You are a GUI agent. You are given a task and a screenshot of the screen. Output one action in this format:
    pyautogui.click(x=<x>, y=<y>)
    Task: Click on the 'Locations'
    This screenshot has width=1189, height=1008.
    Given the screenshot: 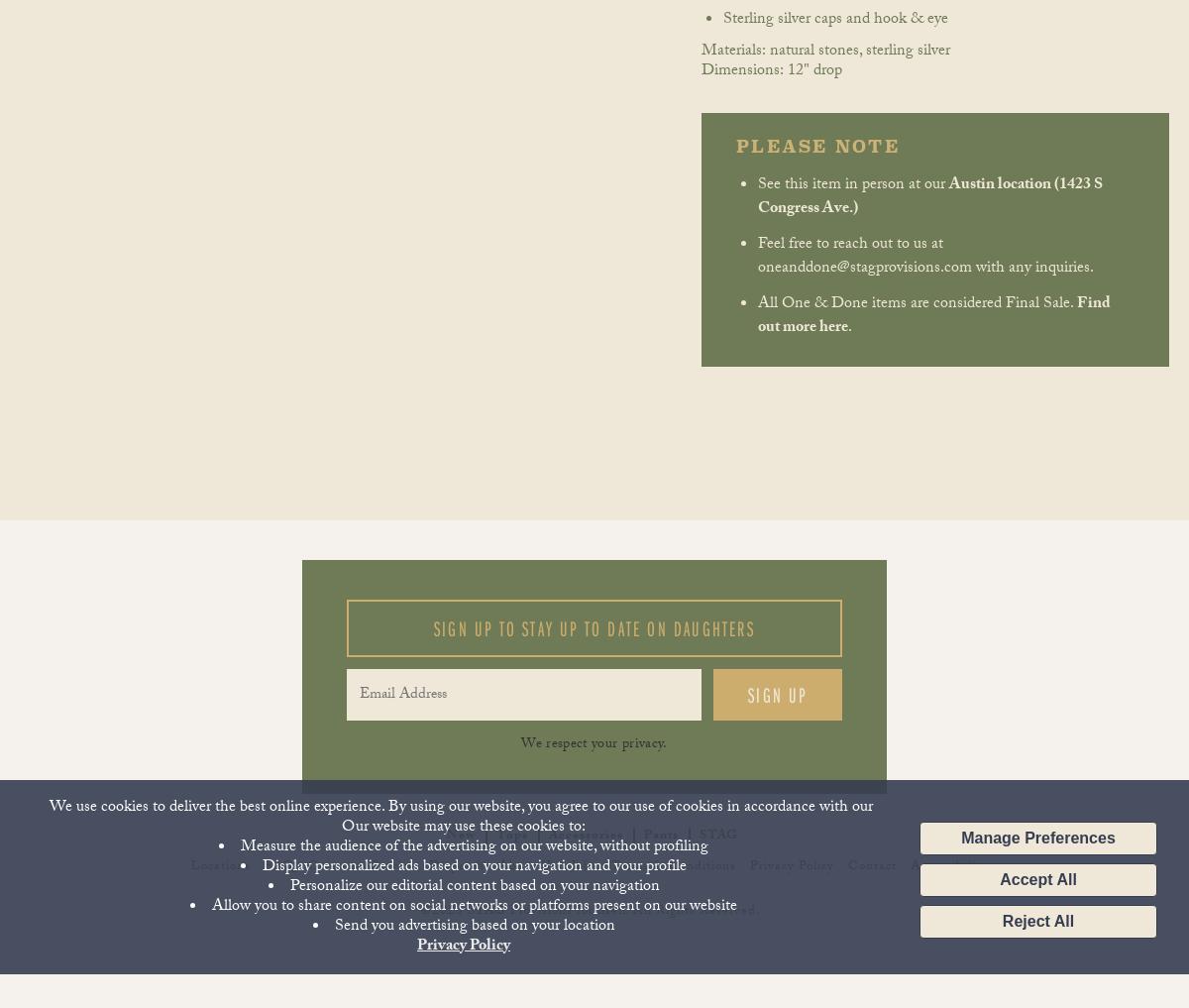 What is the action you would take?
    pyautogui.click(x=189, y=867)
    